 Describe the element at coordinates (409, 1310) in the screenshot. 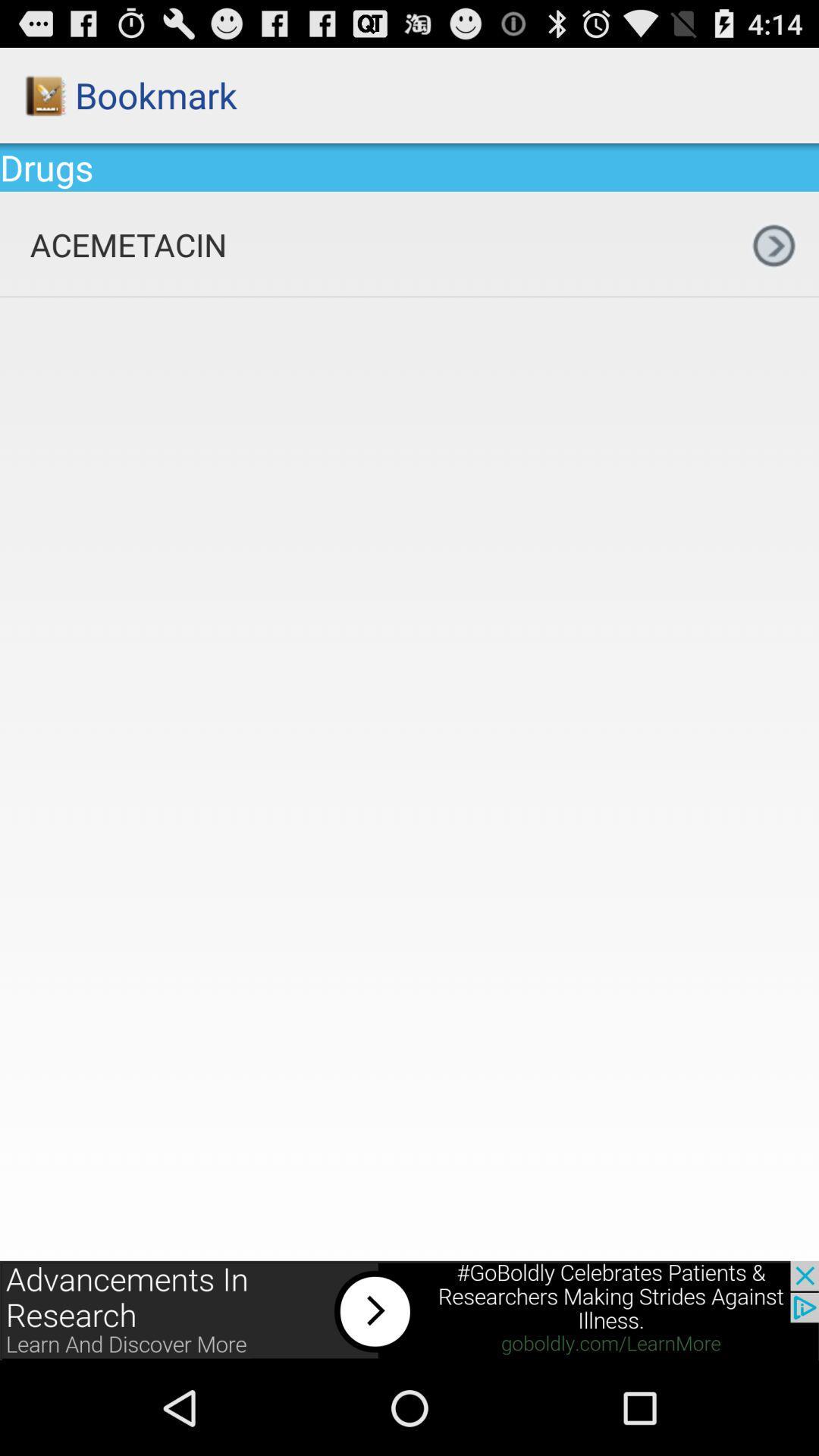

I see `click for more info` at that location.